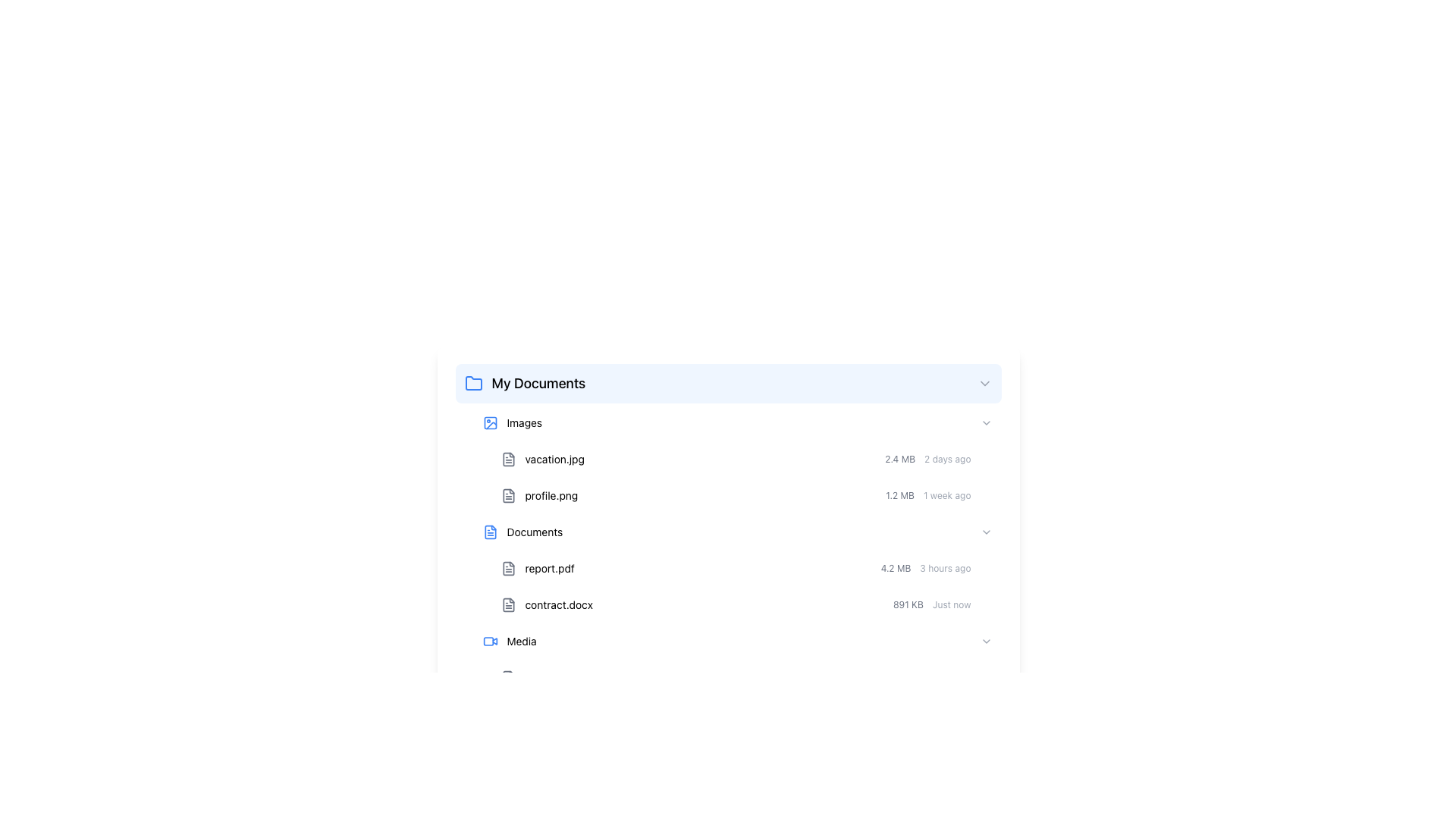 Image resolution: width=1456 pixels, height=819 pixels. I want to click on the text label displaying the file name located, so click(554, 458).